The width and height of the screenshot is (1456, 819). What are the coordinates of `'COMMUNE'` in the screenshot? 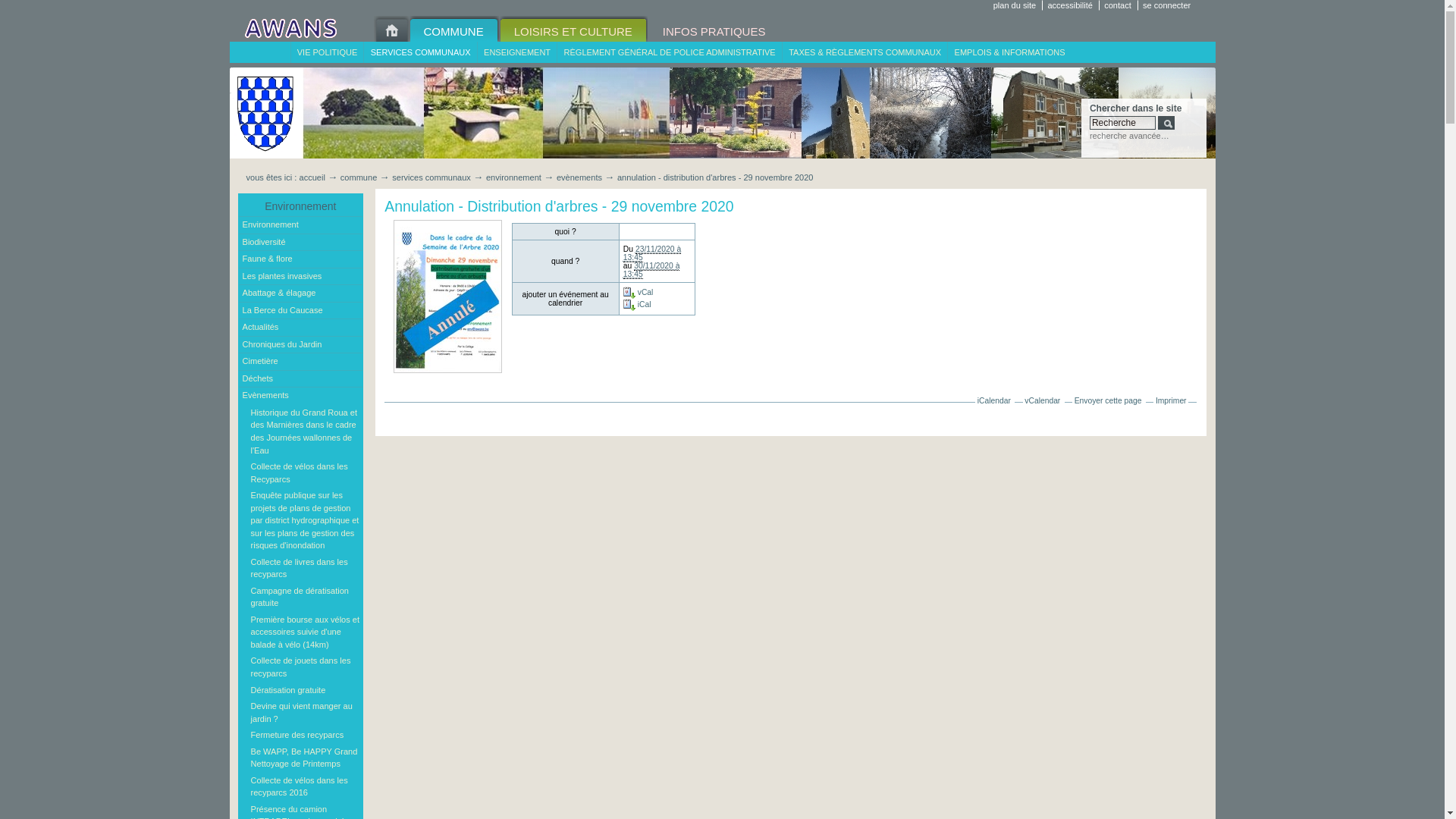 It's located at (452, 29).